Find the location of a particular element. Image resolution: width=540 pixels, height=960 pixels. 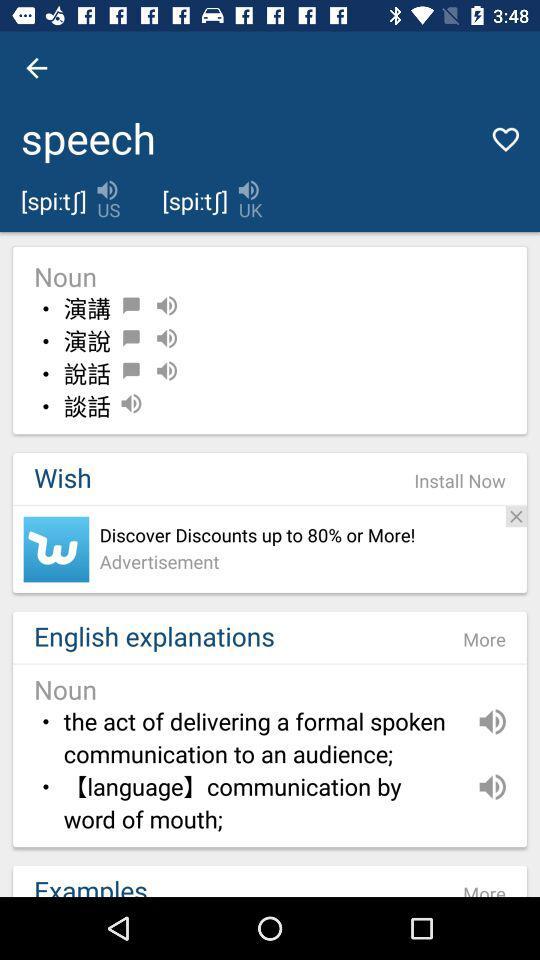

discover discount is located at coordinates (56, 549).